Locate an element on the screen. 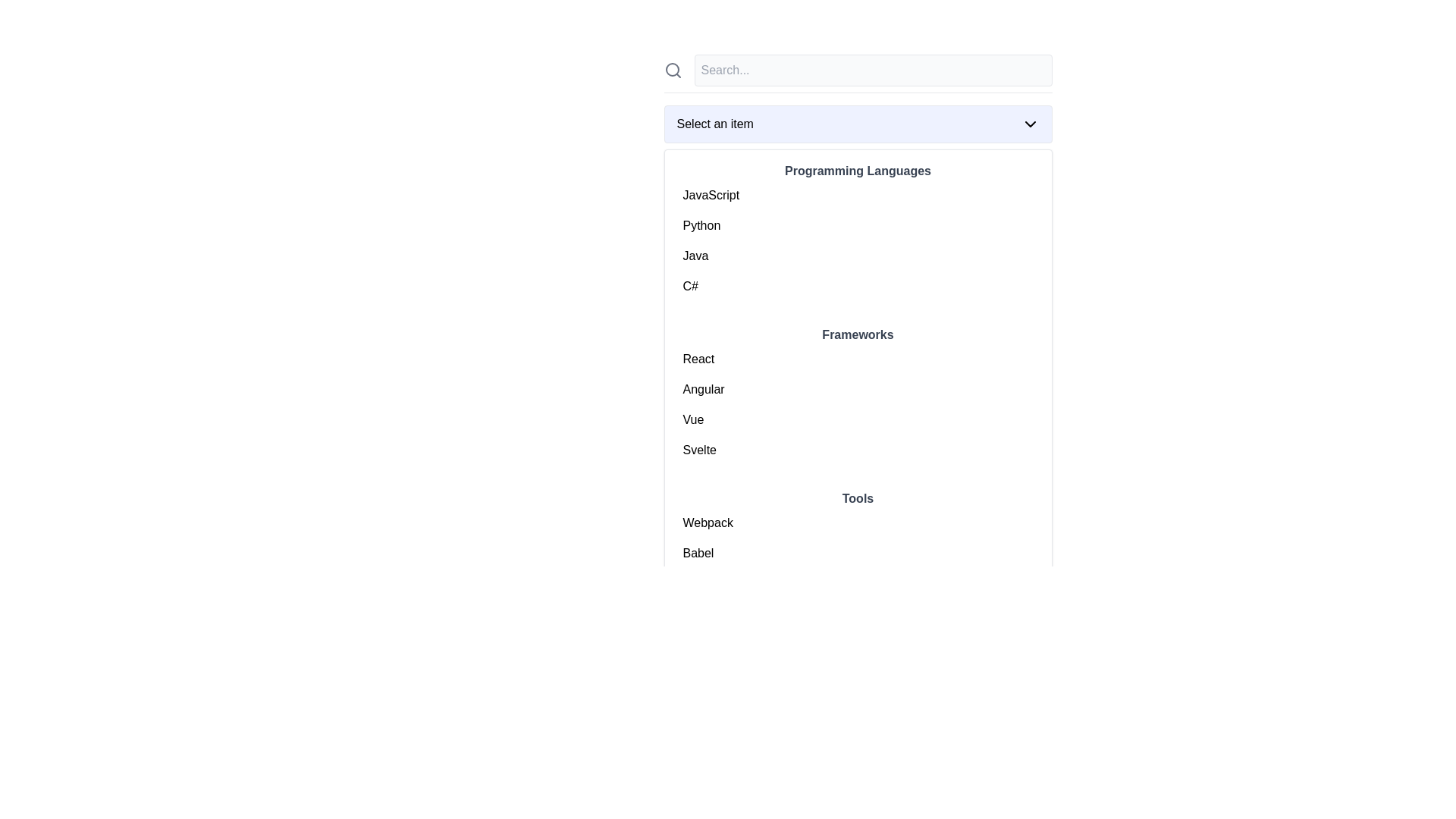  the Text Label displaying the header 'Frameworks', which is bold and gray, situated above the sub-items in the Programming Languages section is located at coordinates (858, 334).